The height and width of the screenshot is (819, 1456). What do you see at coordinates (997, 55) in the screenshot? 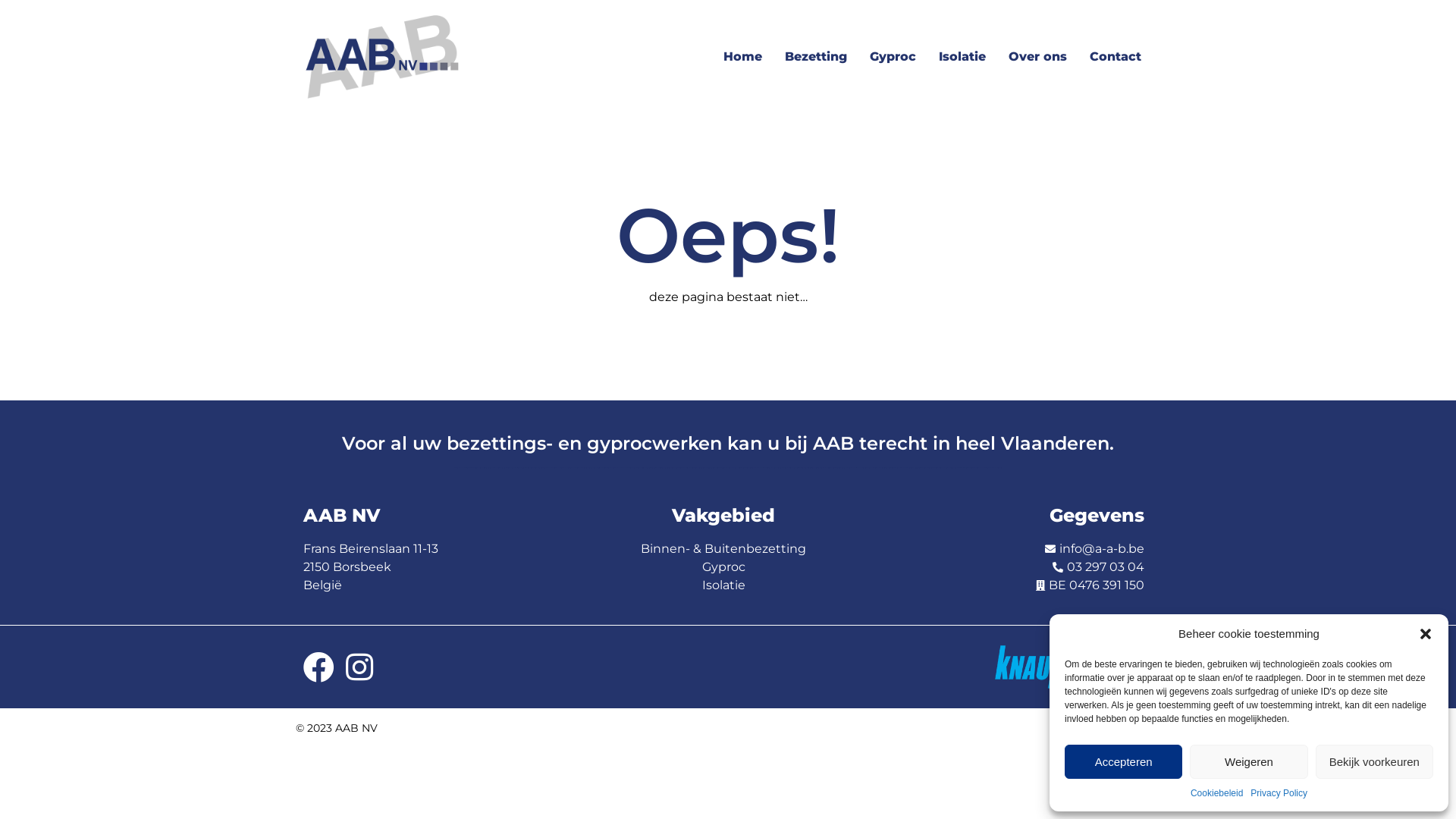
I see `'Over ons'` at bounding box center [997, 55].